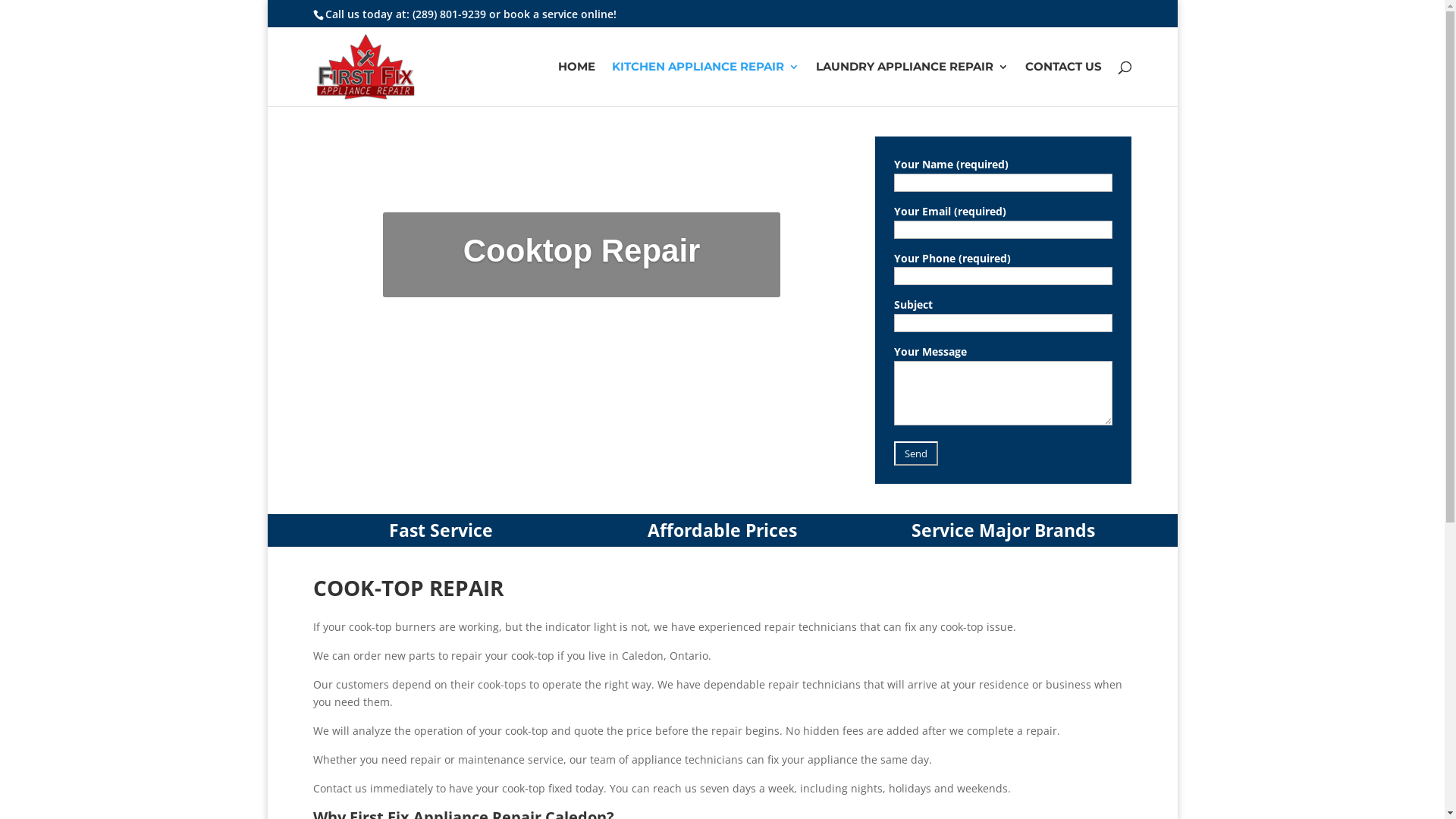 This screenshot has height=819, width=1456. I want to click on 'HOME', so click(576, 83).